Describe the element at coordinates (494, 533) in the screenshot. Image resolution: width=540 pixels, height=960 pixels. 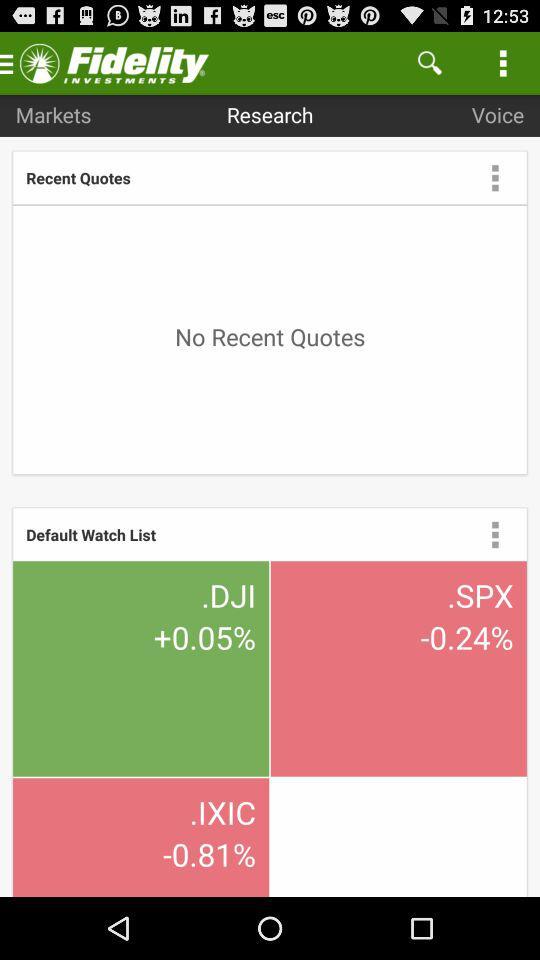
I see `open settings` at that location.